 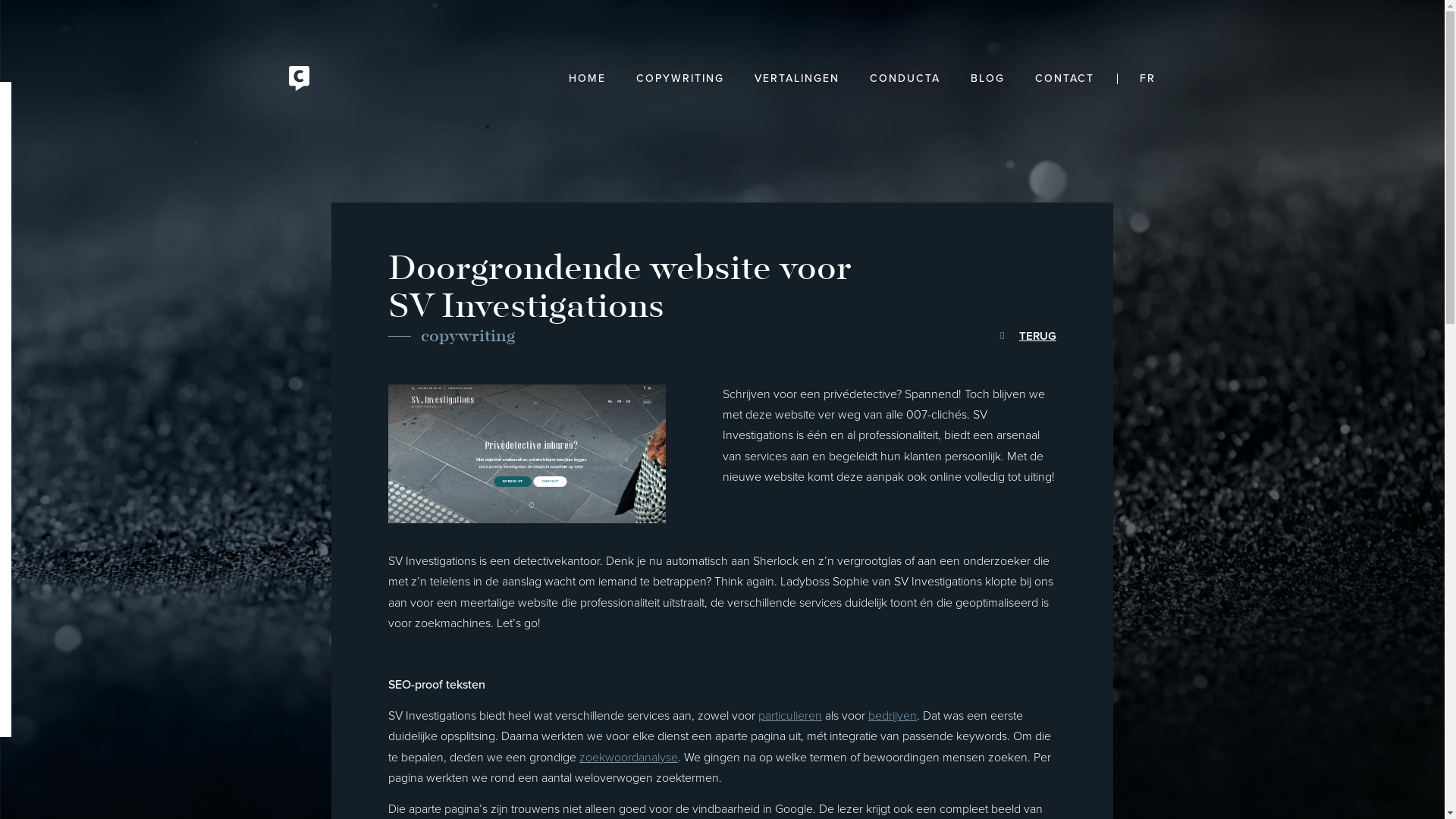 I want to click on 'FR', so click(x=1109, y=78).